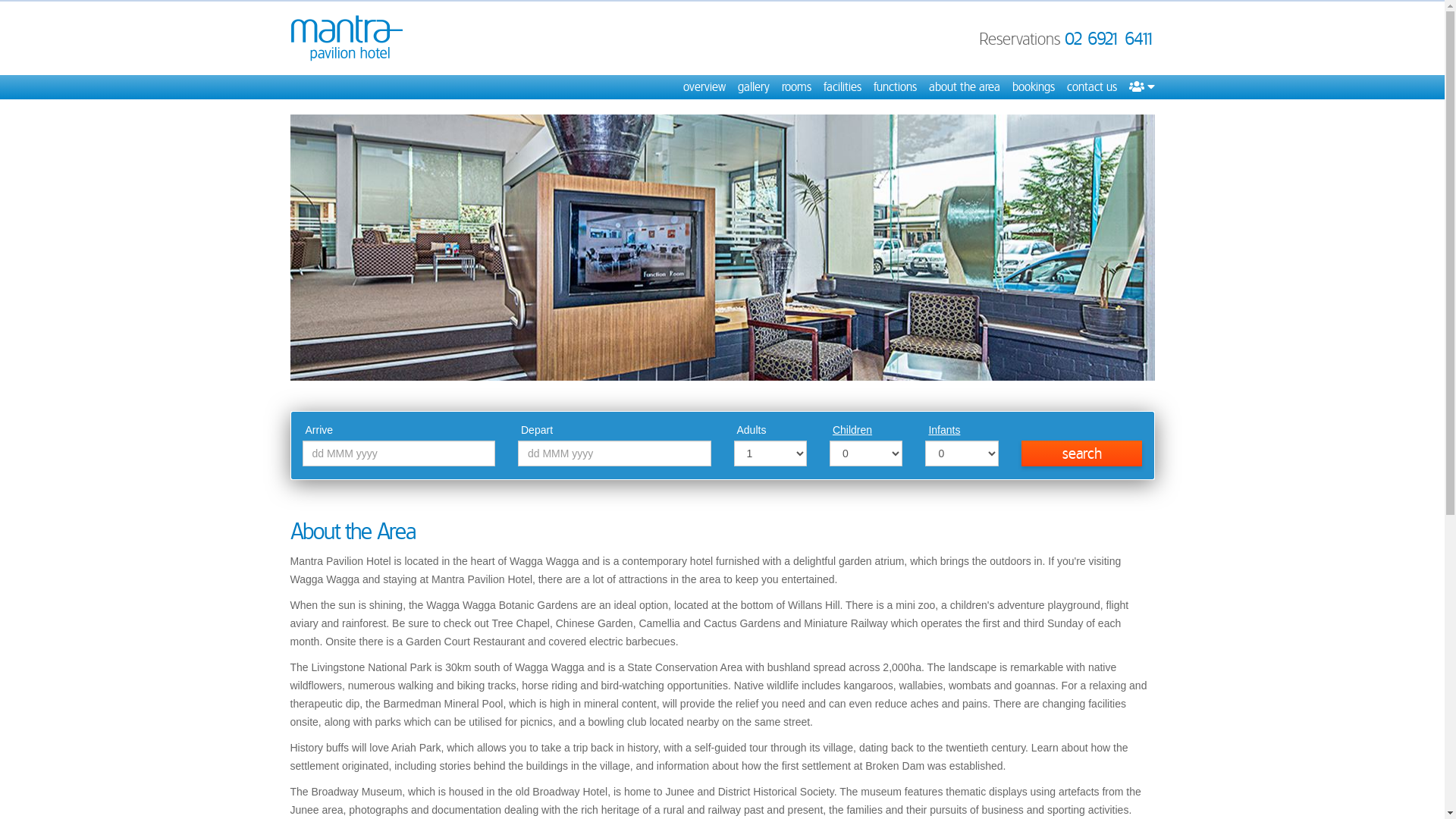 The width and height of the screenshot is (1456, 819). I want to click on 'about the area', so click(963, 87).